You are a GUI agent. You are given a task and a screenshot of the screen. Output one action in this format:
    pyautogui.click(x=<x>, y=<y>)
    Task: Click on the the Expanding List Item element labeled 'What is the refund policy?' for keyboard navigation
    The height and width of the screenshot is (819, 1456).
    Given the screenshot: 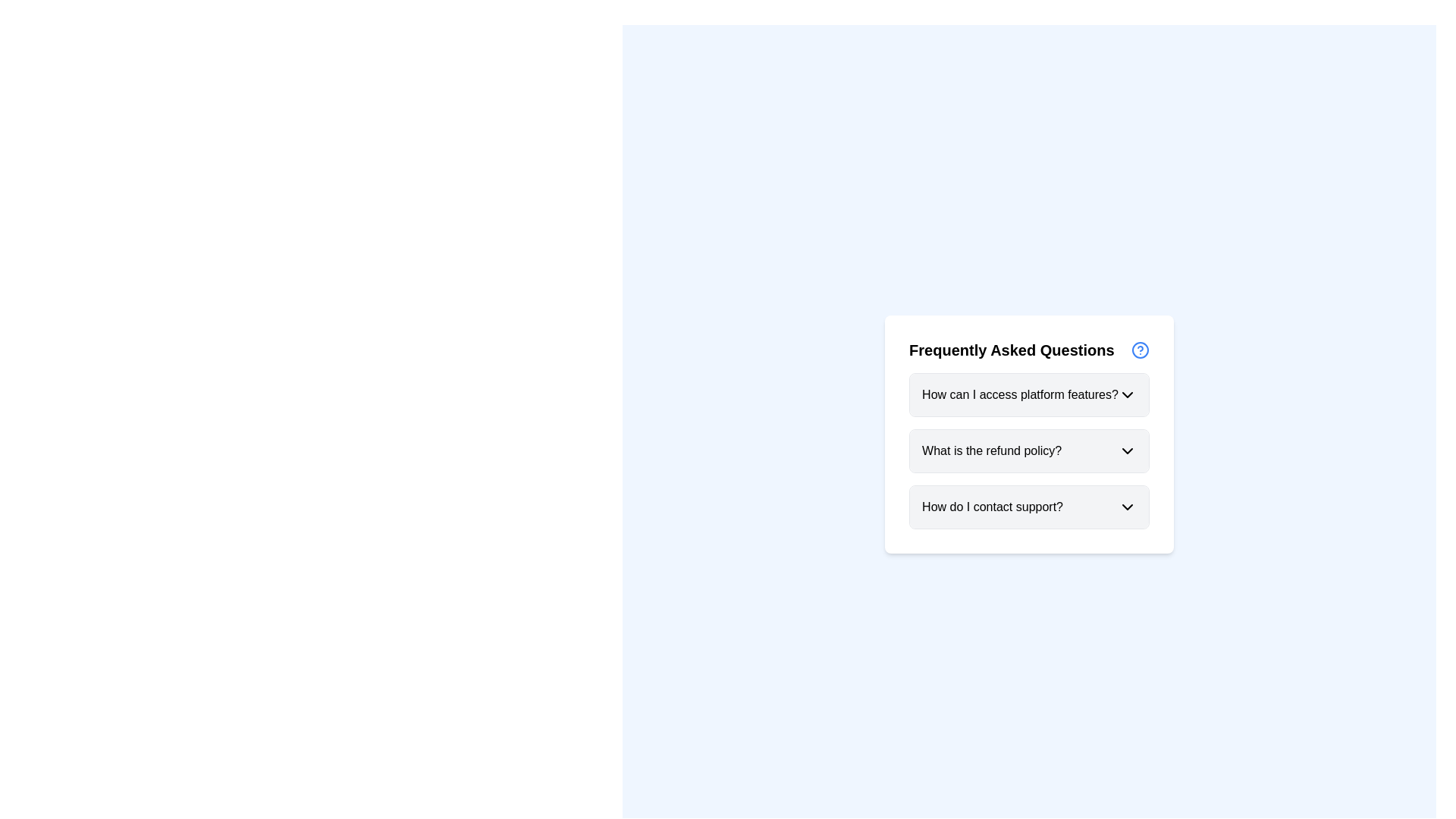 What is the action you would take?
    pyautogui.click(x=1029, y=450)
    